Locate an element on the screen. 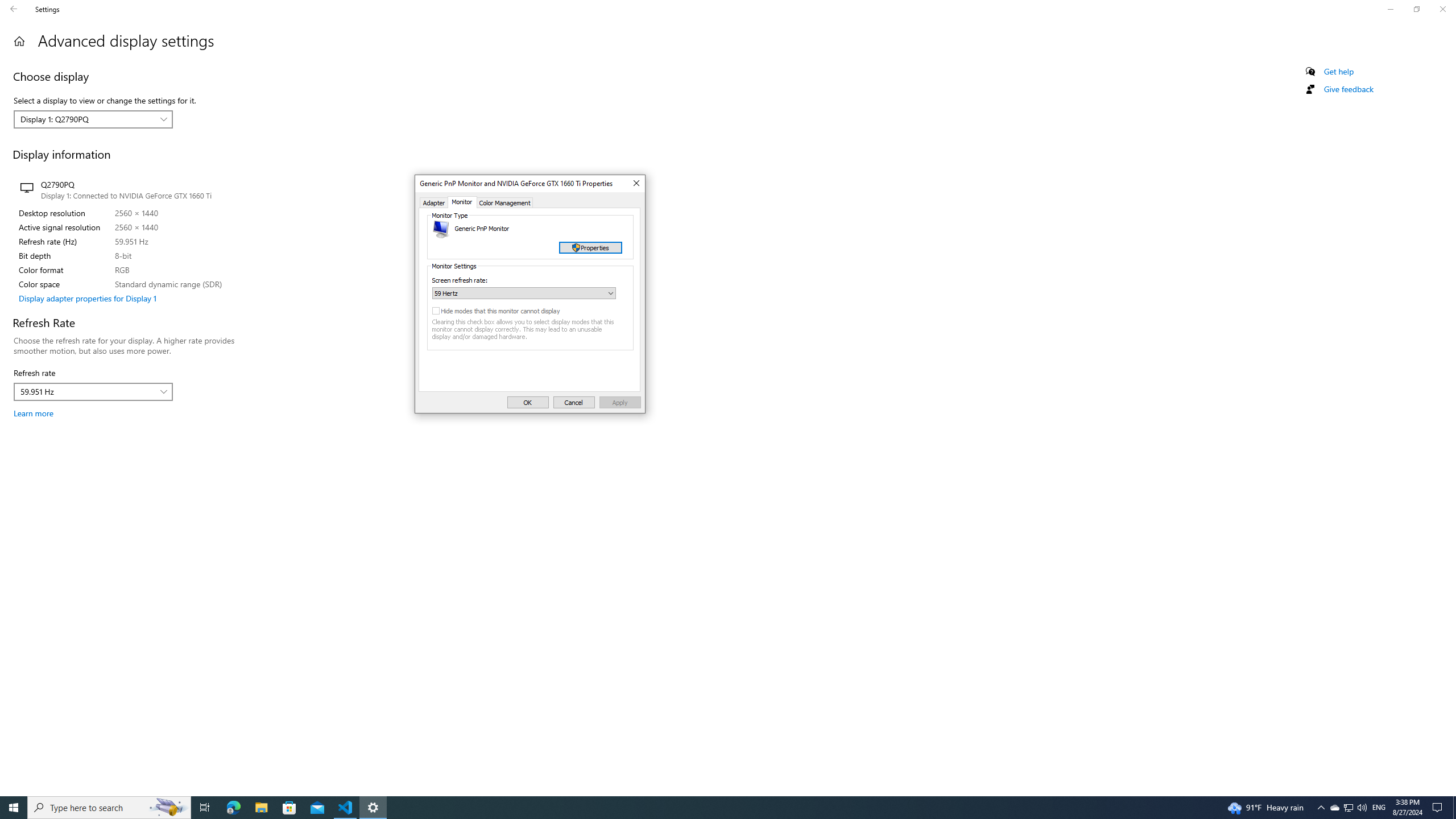 The width and height of the screenshot is (1456, 819). 'OK' is located at coordinates (528, 402).